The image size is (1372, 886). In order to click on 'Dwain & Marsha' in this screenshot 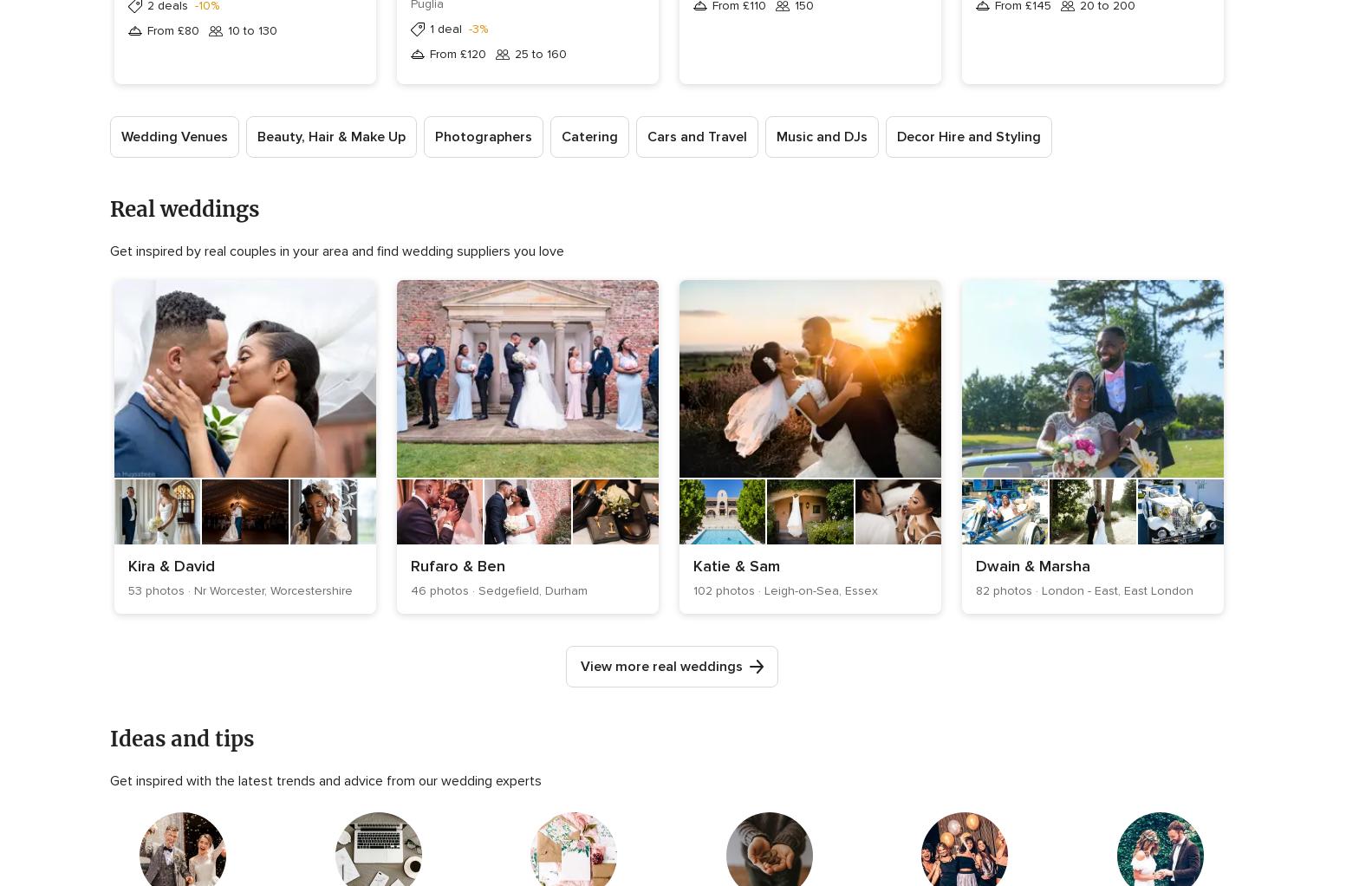, I will do `click(1031, 565)`.